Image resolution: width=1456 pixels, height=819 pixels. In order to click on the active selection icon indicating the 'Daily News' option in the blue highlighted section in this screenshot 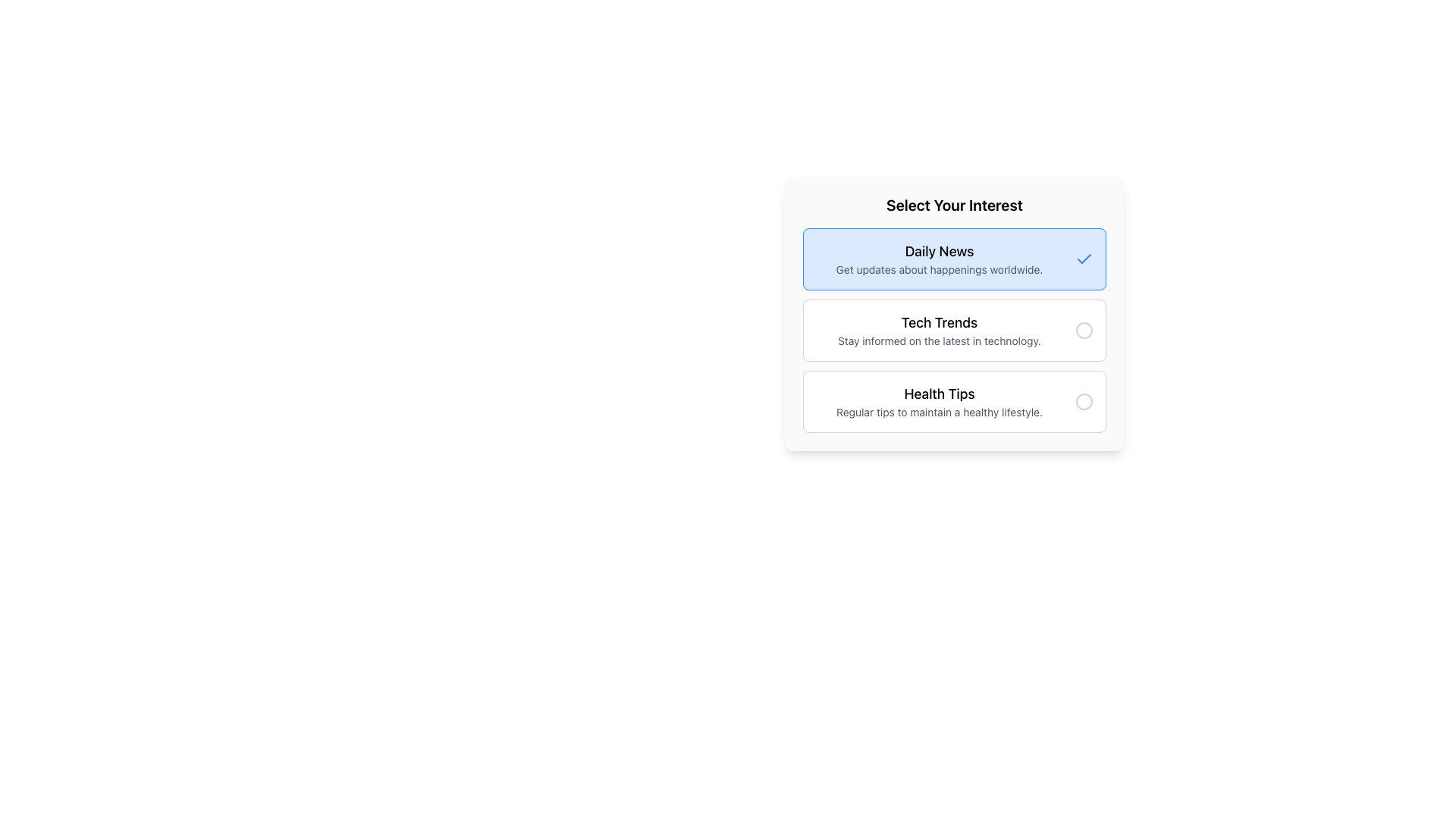, I will do `click(1084, 259)`.